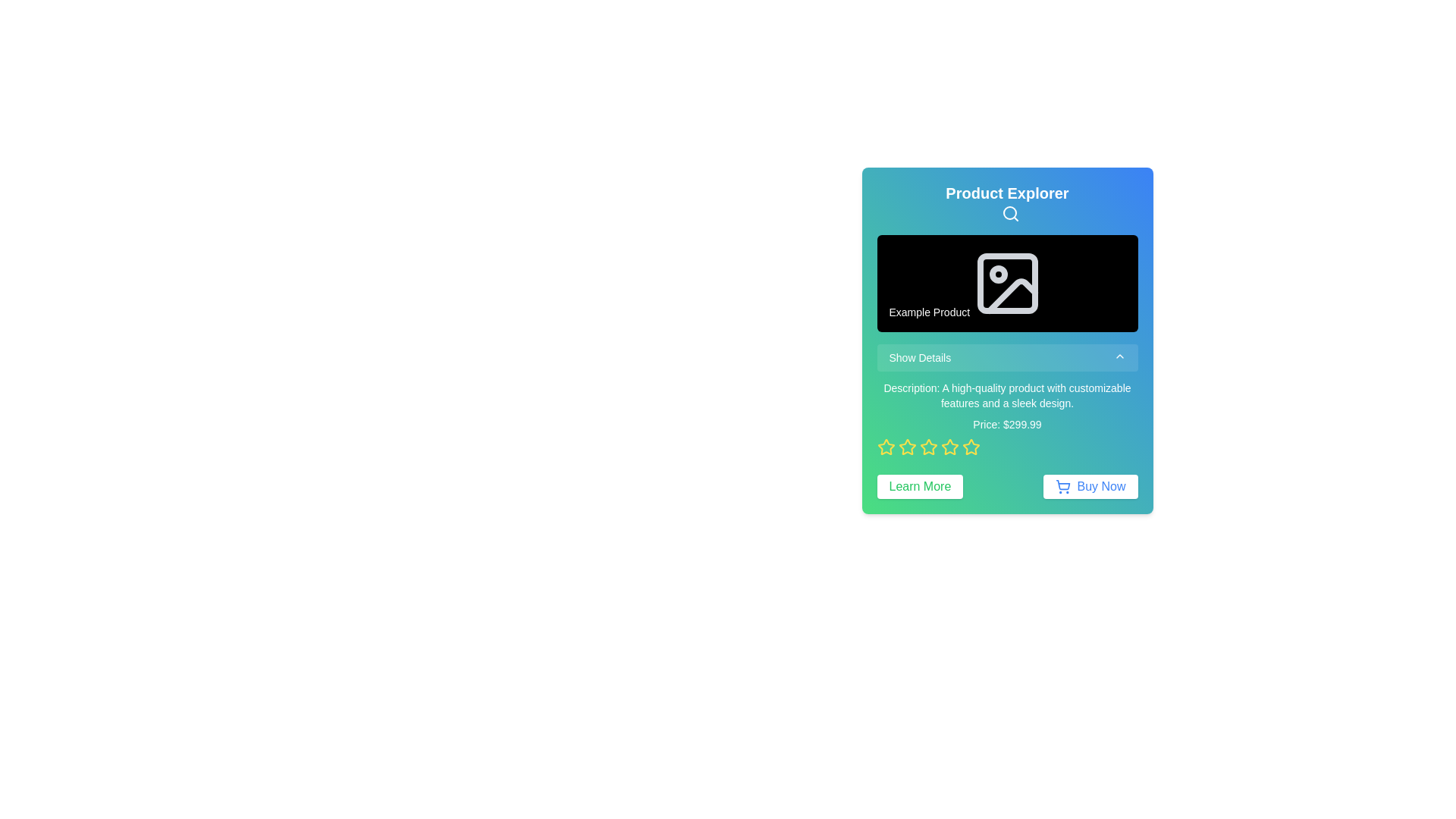  Describe the element at coordinates (907, 446) in the screenshot. I see `the second star icon from the left in the horizontal row of five stars located below the product description to provide feedback or rate the displayed product` at that location.